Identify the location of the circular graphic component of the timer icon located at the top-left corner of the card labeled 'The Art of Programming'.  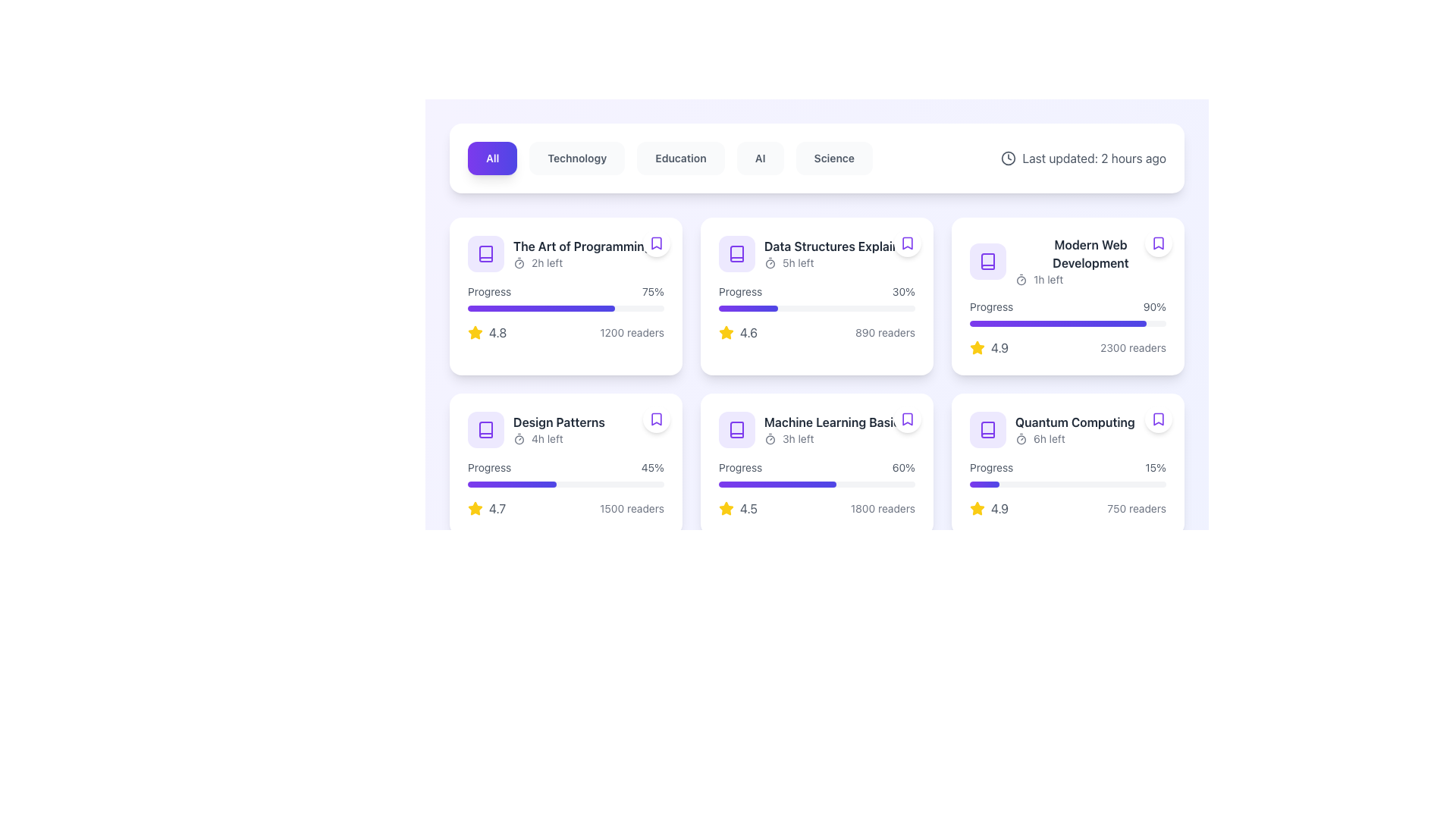
(519, 262).